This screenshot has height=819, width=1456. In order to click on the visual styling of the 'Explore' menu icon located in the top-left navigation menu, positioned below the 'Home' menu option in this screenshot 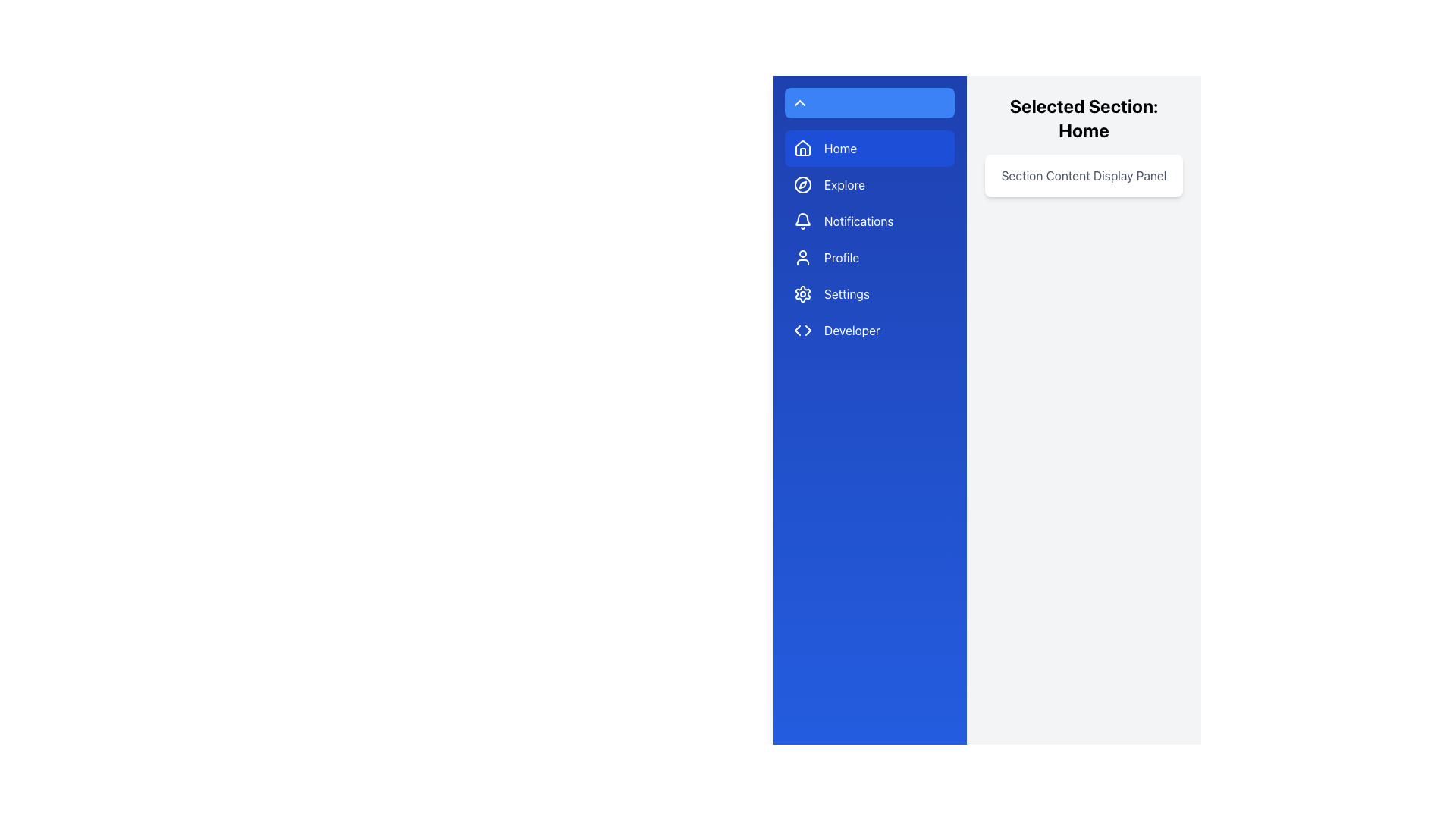, I will do `click(802, 184)`.